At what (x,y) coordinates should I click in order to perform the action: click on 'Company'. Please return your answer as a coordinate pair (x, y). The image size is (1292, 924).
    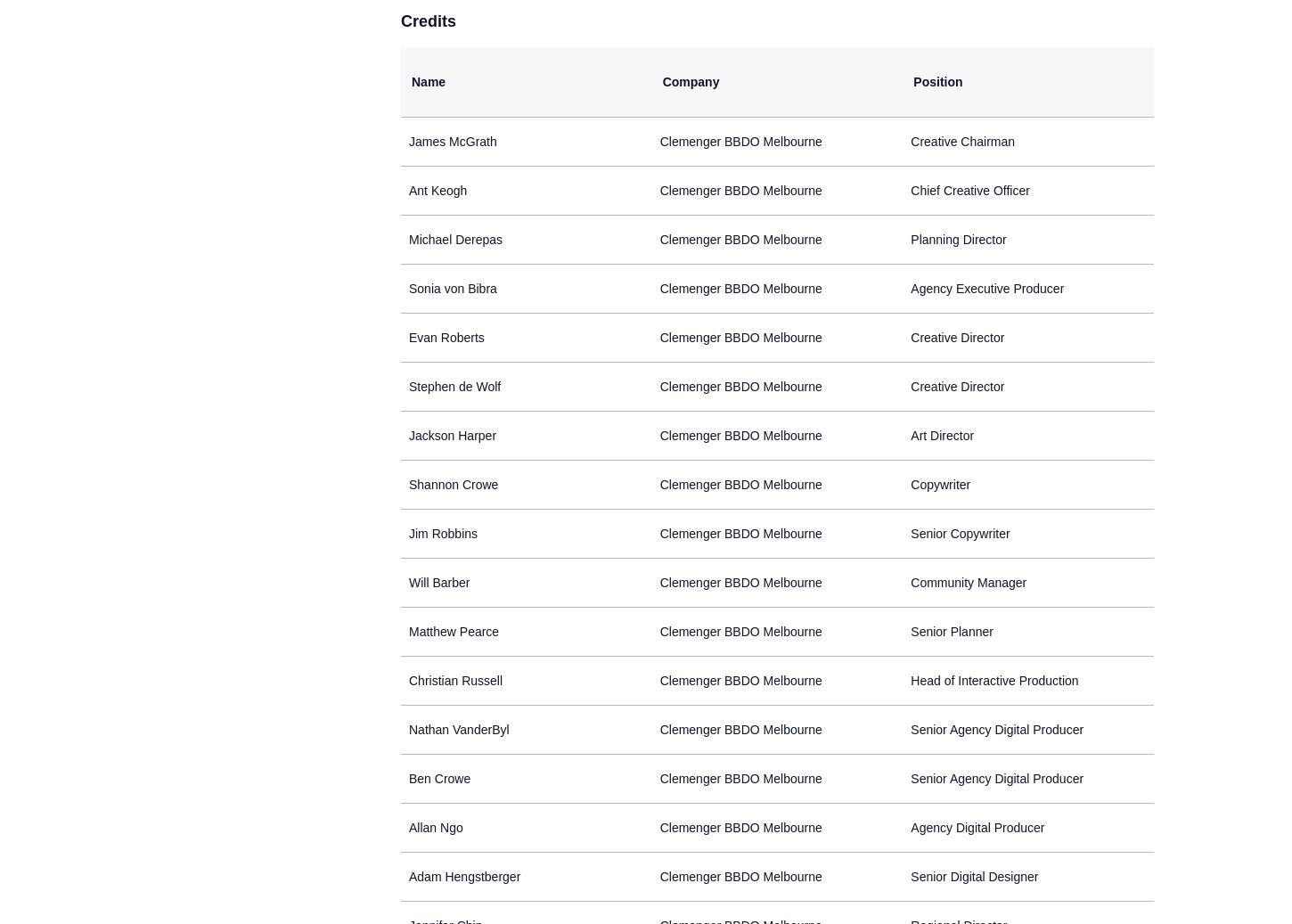
    Looking at the image, I should click on (691, 80).